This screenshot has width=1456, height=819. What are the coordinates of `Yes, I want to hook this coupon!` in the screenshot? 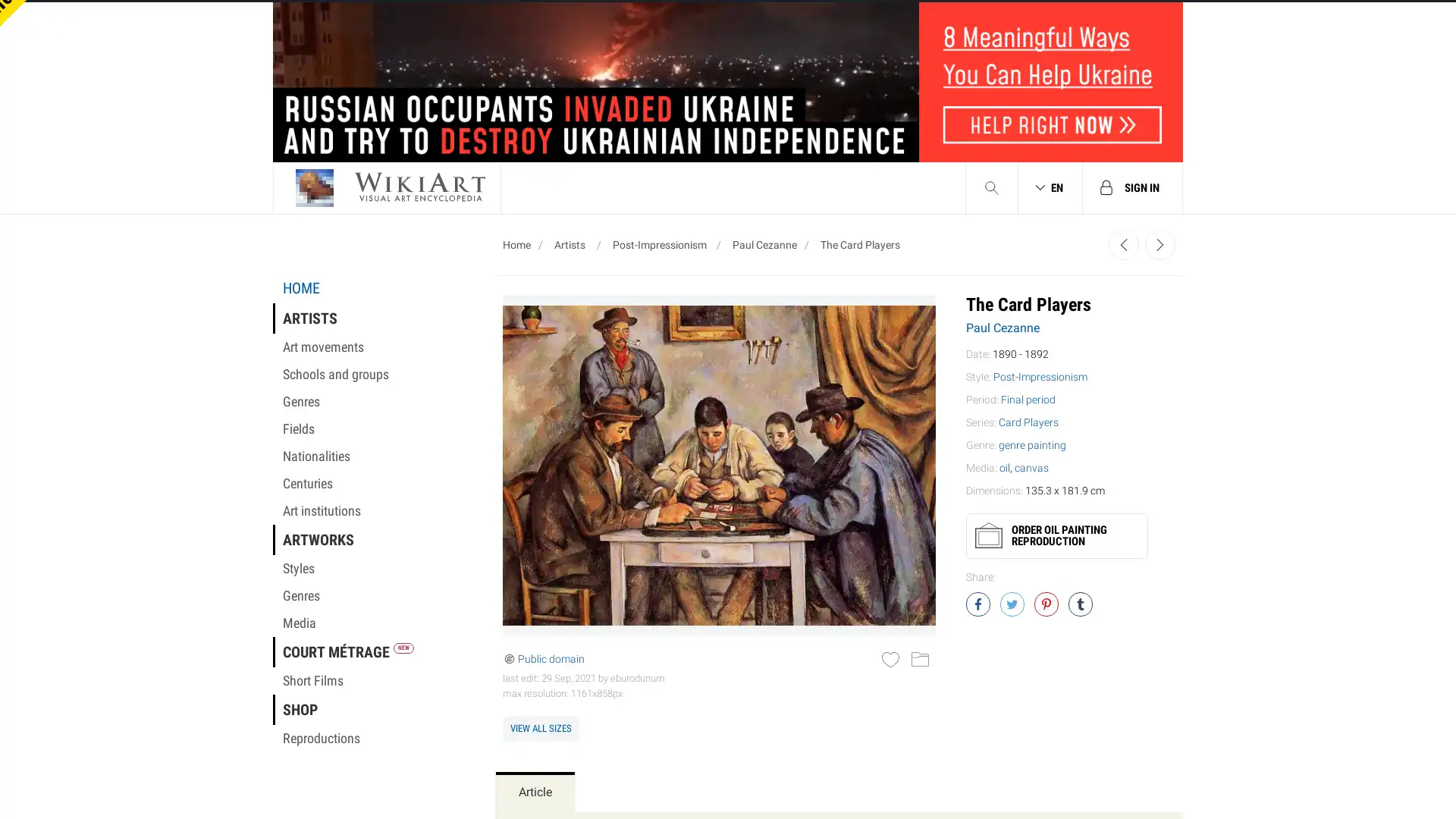 It's located at (575, 362).